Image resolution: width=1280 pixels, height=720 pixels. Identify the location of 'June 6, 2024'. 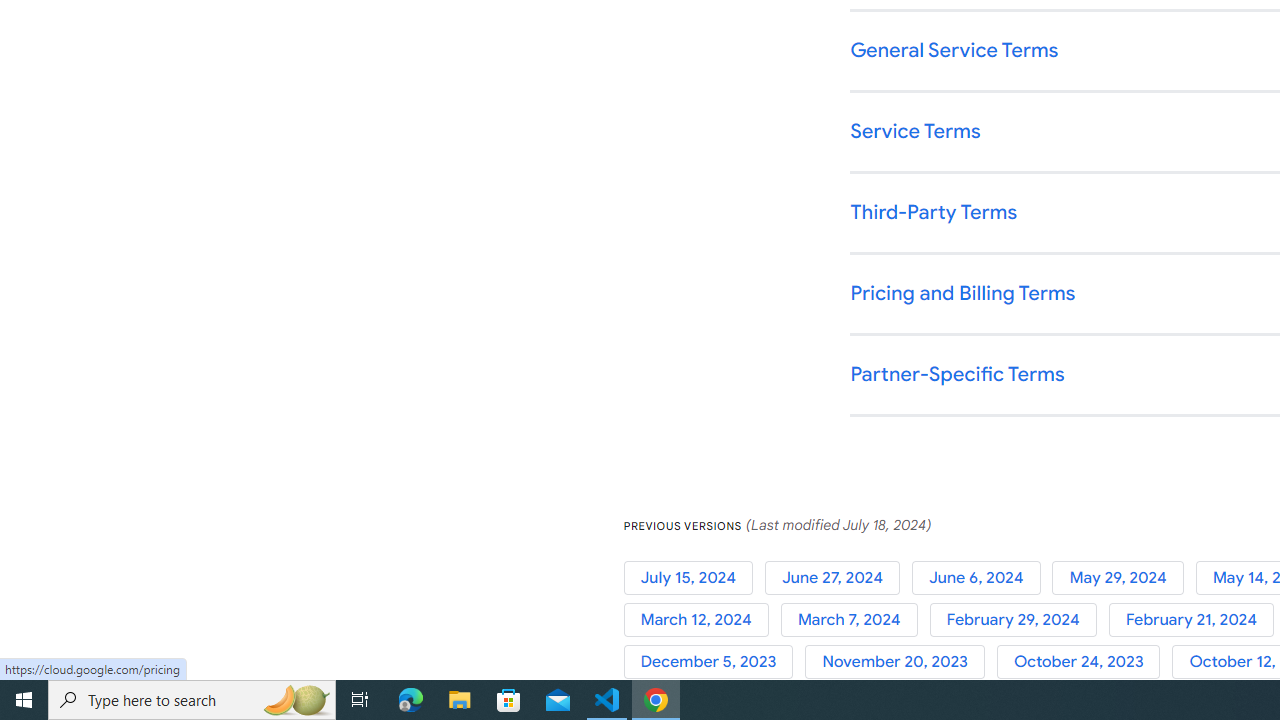
(982, 577).